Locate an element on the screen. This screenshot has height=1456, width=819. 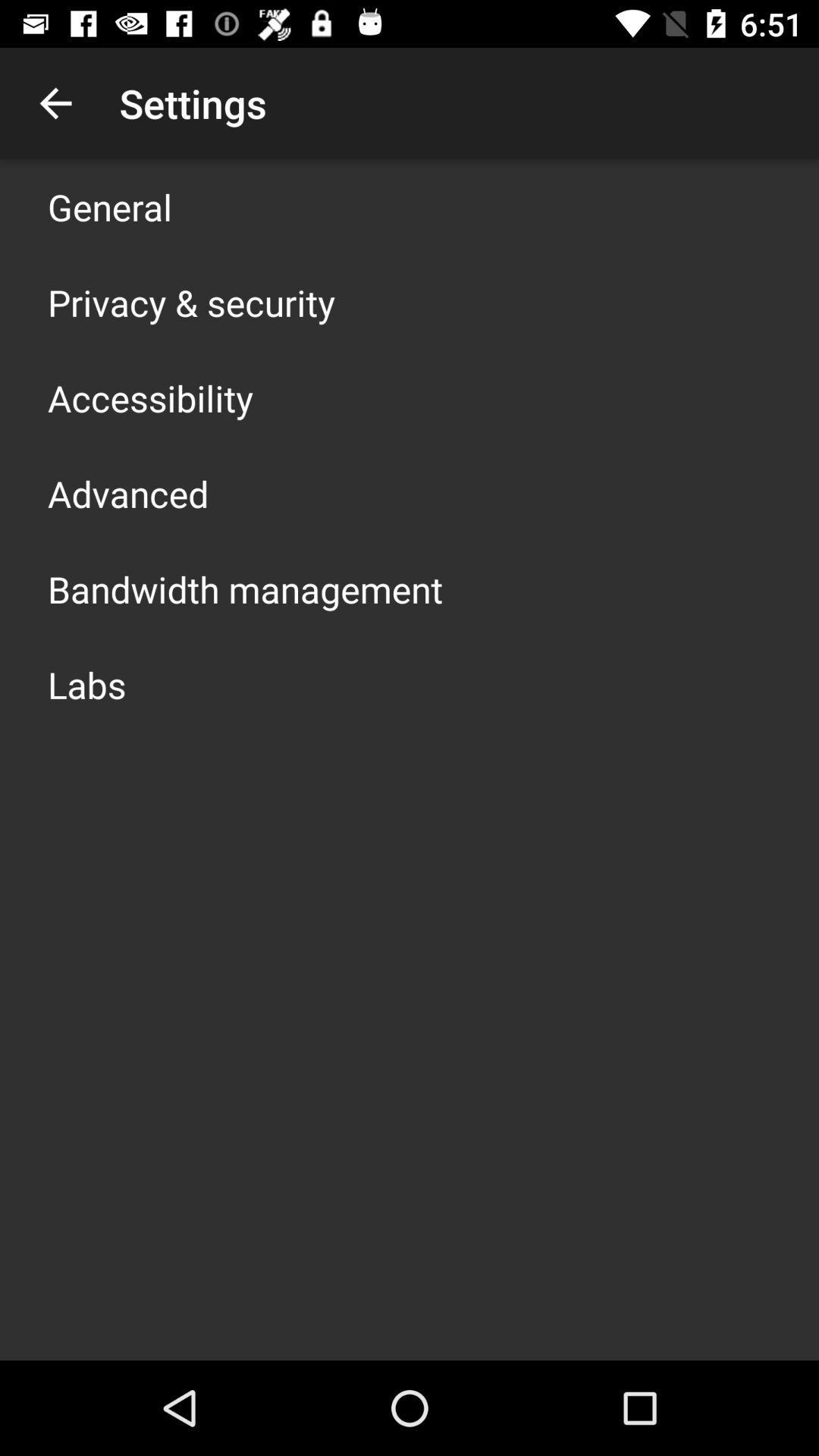
the icon below bandwidth management app is located at coordinates (86, 683).